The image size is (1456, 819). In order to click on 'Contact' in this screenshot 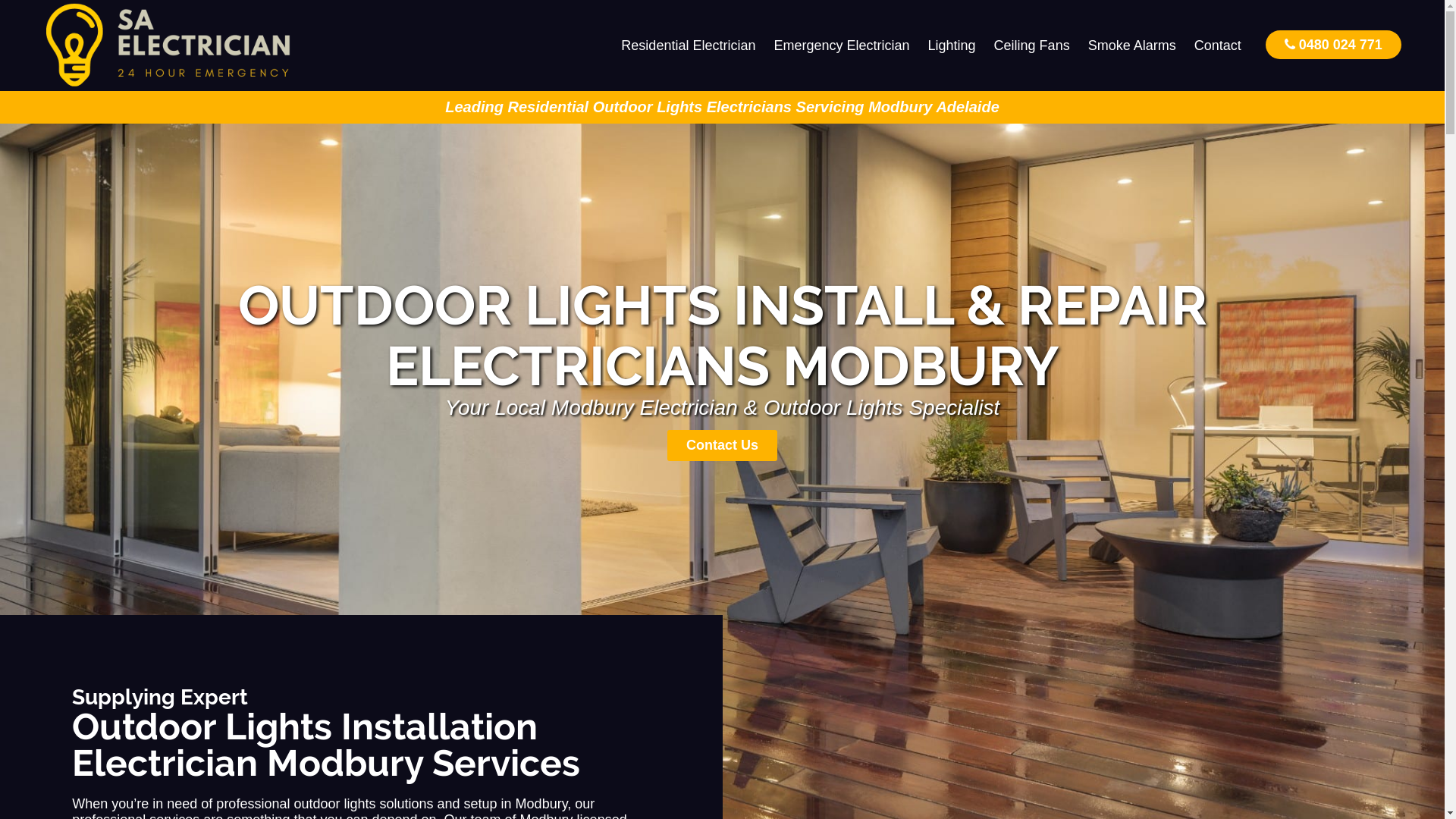, I will do `click(1218, 45)`.